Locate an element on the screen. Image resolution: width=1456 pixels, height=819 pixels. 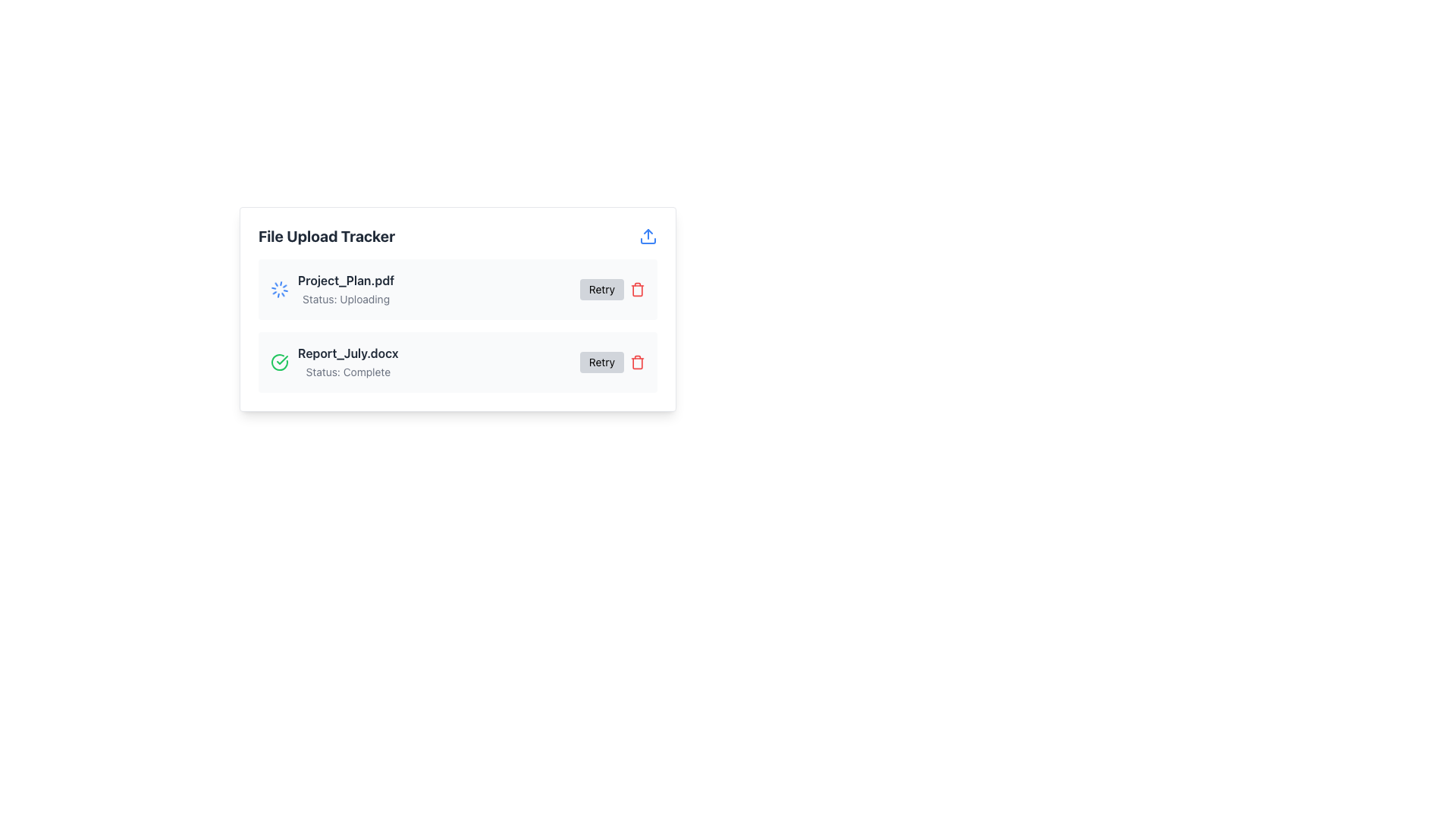
the text label indicating the upload status of the file 'Project_Plan.pdf', which is positioned directly below the filename in the file upload tracker interface is located at coordinates (345, 299).